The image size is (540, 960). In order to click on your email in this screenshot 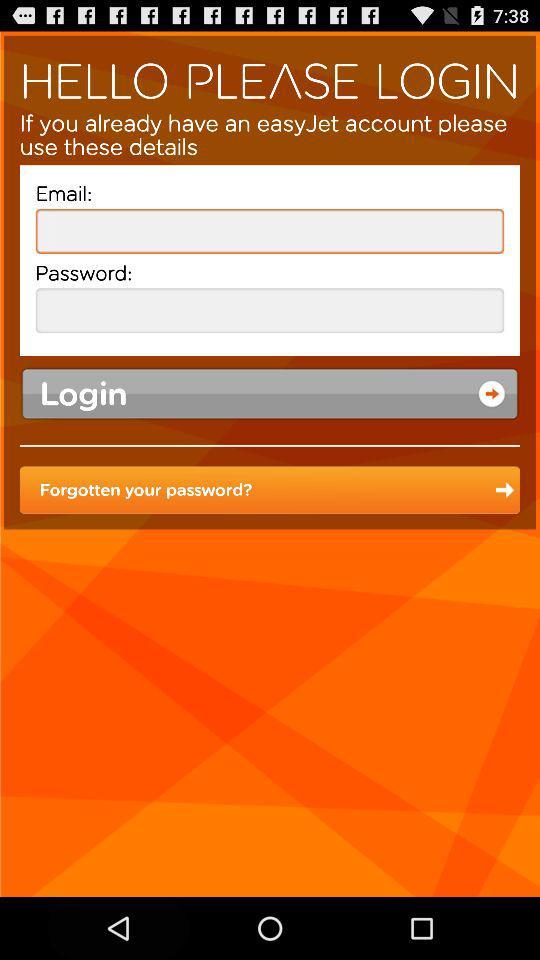, I will do `click(270, 231)`.